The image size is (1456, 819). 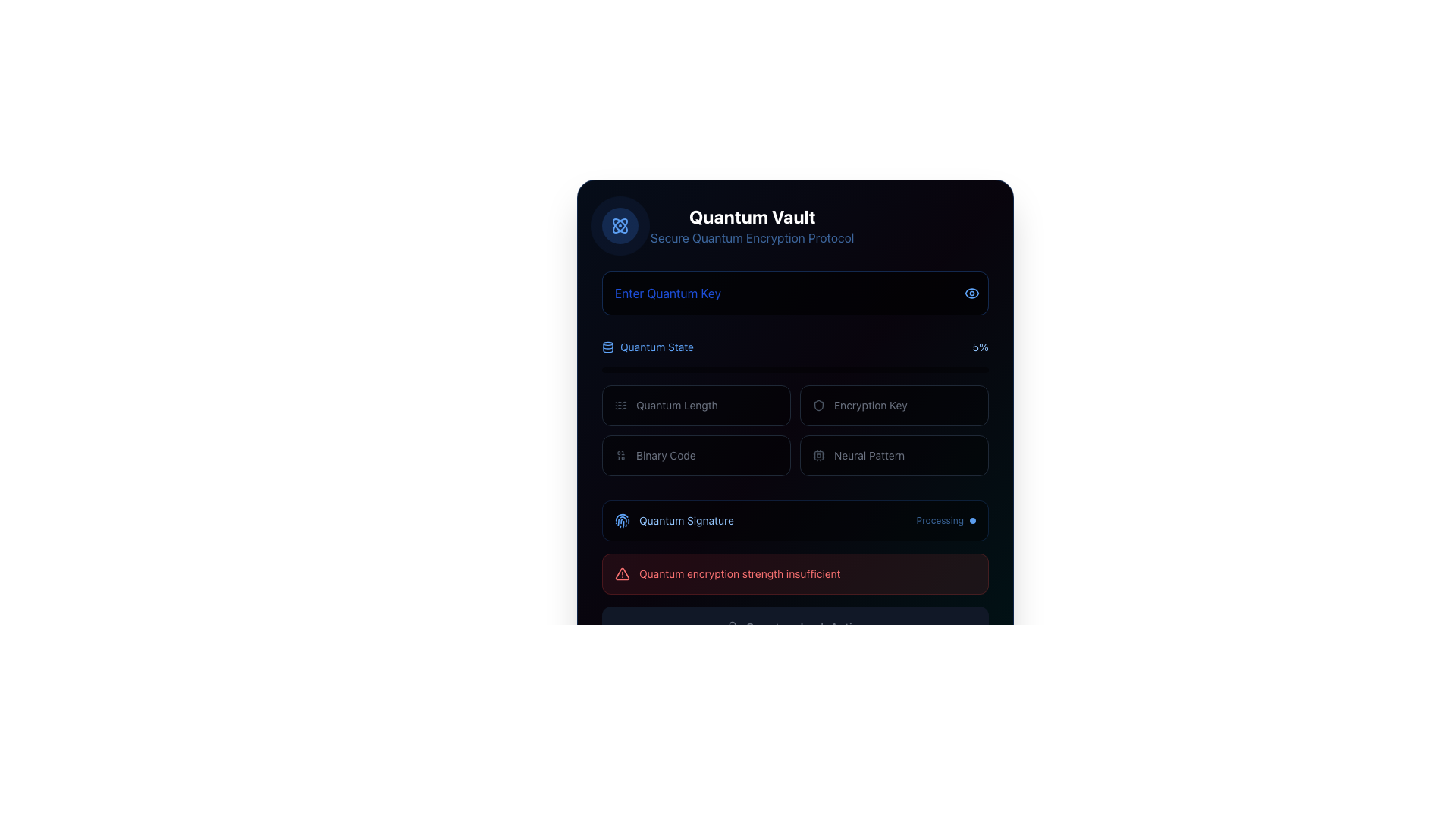 I want to click on the Label with animated indicator located on the right side of the 'Quantum Signature' section to indicate the ongoing status of a process, so click(x=945, y=519).